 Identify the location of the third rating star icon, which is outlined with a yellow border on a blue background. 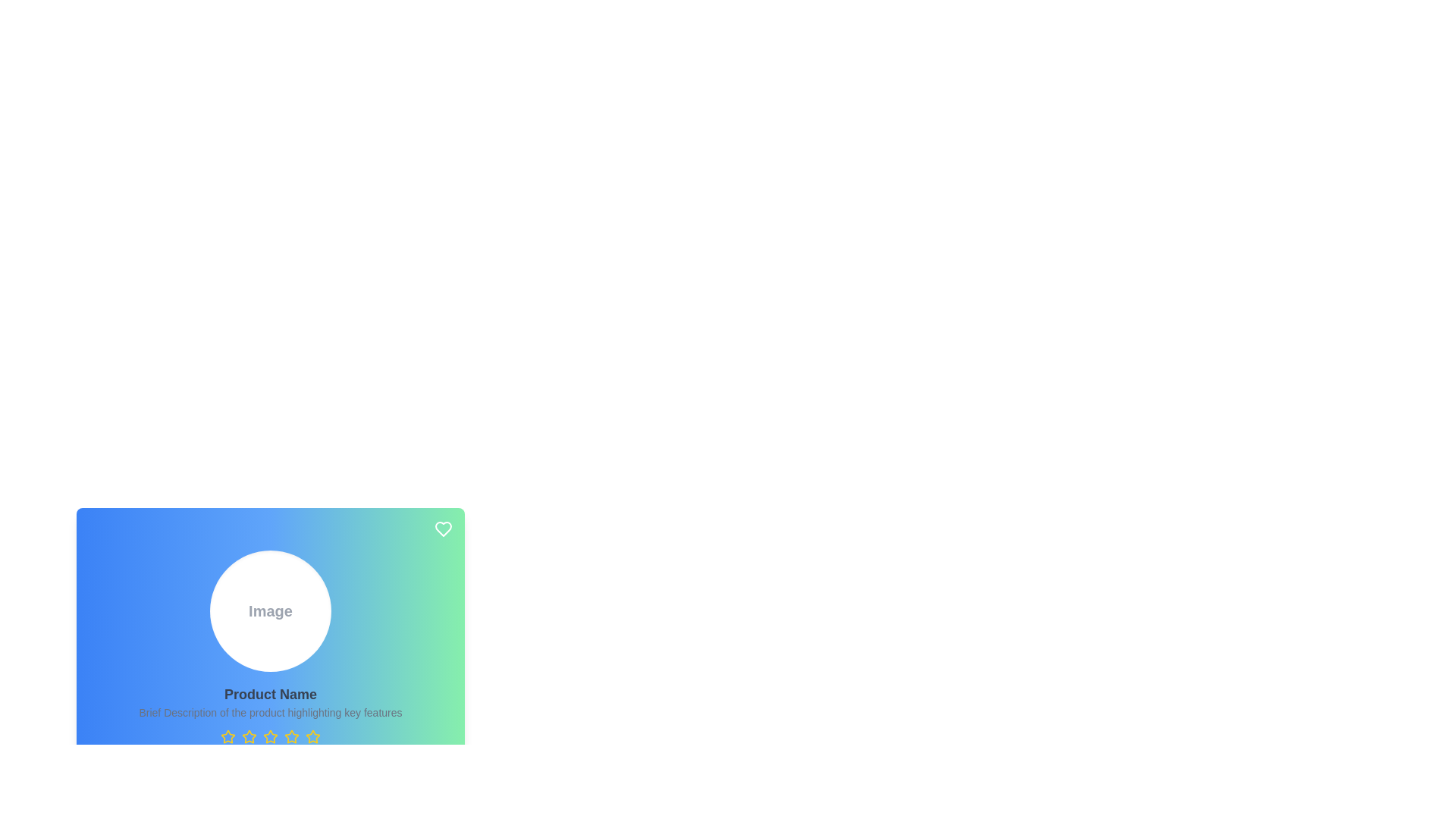
(270, 736).